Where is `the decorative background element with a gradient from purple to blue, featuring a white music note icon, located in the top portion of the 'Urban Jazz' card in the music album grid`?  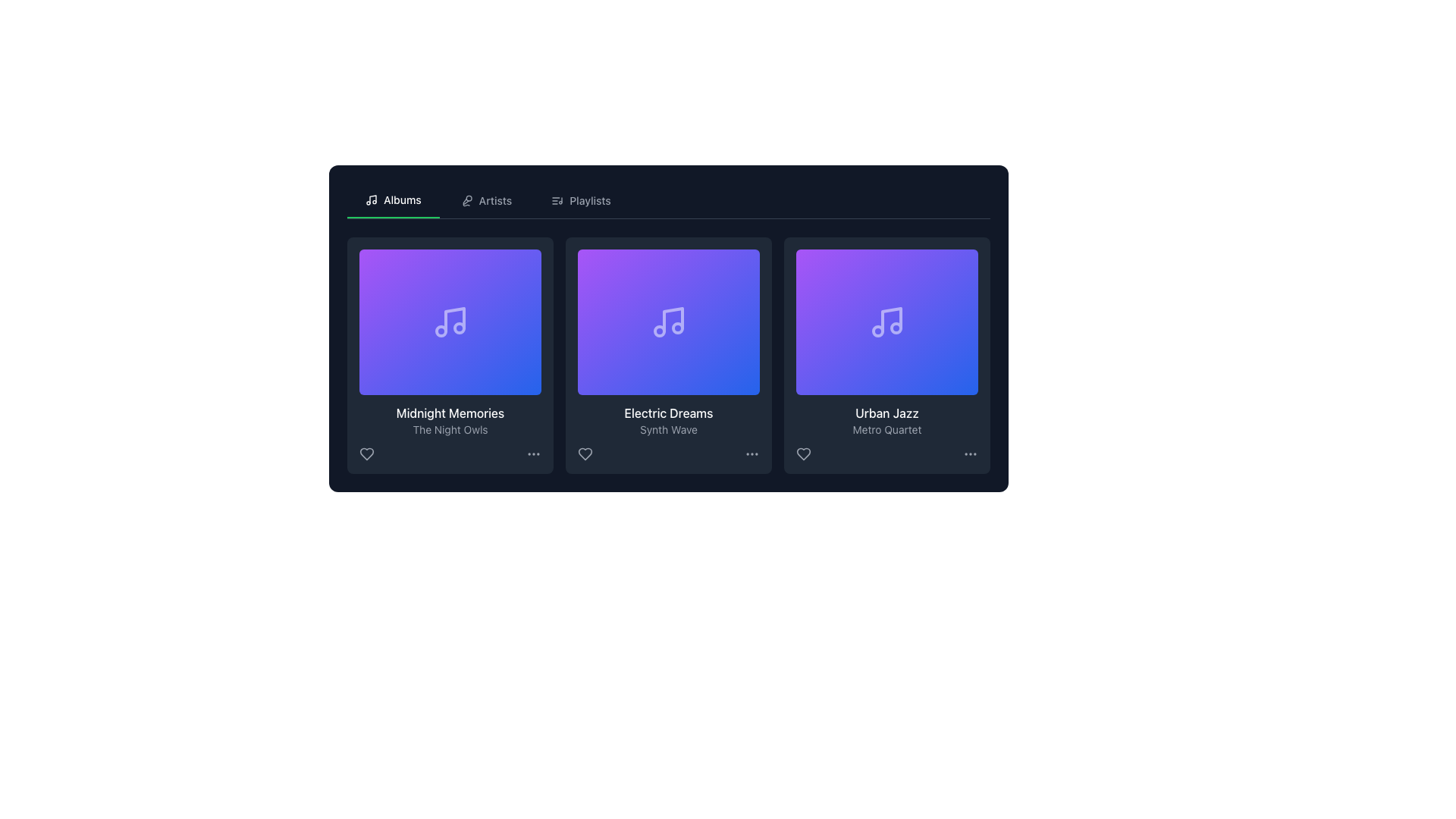
the decorative background element with a gradient from purple to blue, featuring a white music note icon, located in the top portion of the 'Urban Jazz' card in the music album grid is located at coordinates (887, 321).